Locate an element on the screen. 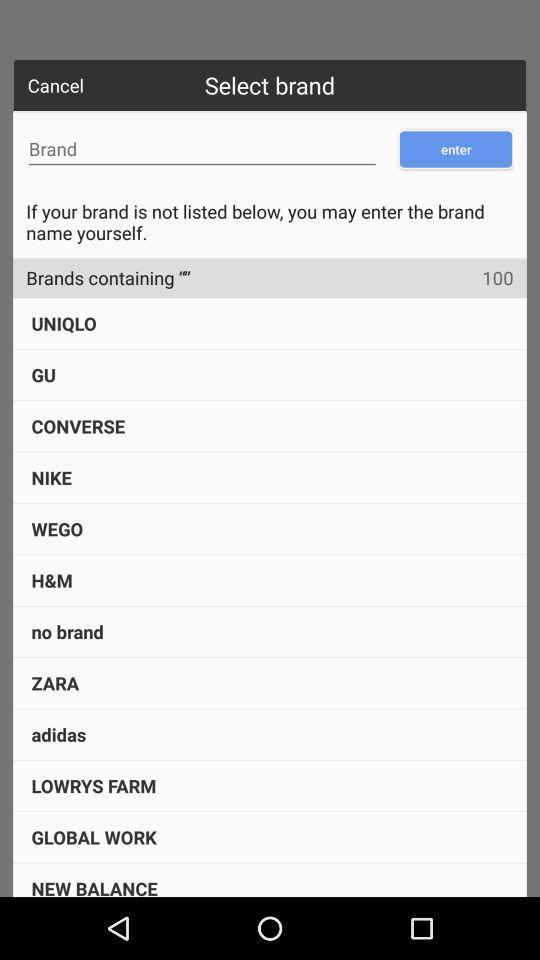  wego item is located at coordinates (57, 528).